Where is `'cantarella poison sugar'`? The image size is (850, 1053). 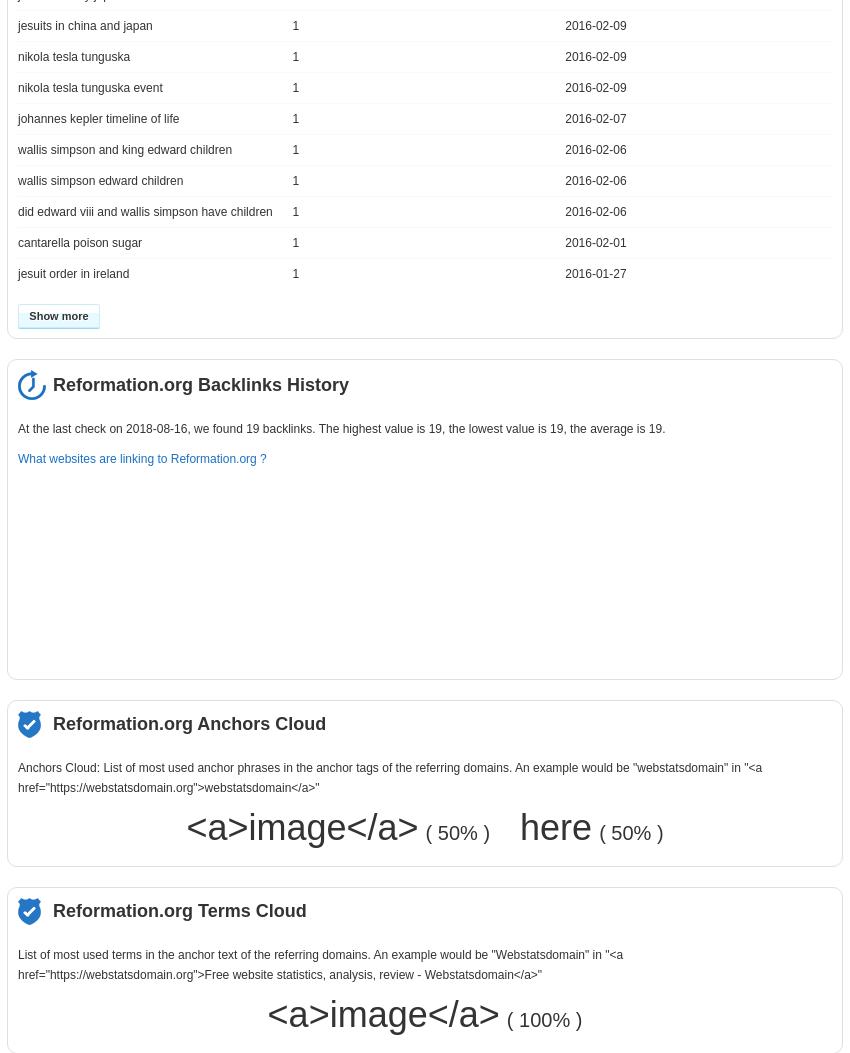 'cantarella poison sugar' is located at coordinates (79, 242).